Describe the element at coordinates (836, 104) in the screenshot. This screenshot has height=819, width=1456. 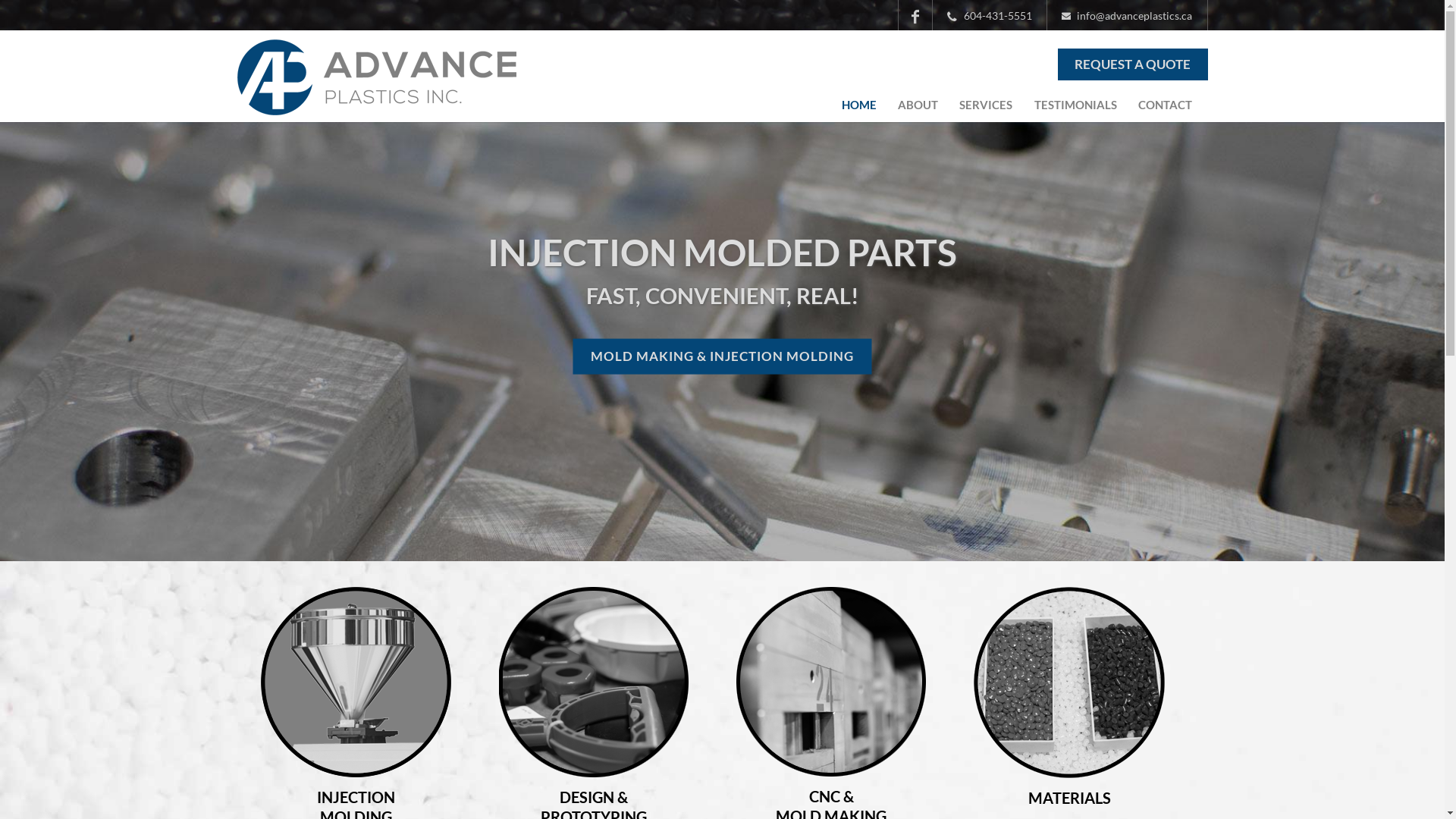
I see `'HOME'` at that location.